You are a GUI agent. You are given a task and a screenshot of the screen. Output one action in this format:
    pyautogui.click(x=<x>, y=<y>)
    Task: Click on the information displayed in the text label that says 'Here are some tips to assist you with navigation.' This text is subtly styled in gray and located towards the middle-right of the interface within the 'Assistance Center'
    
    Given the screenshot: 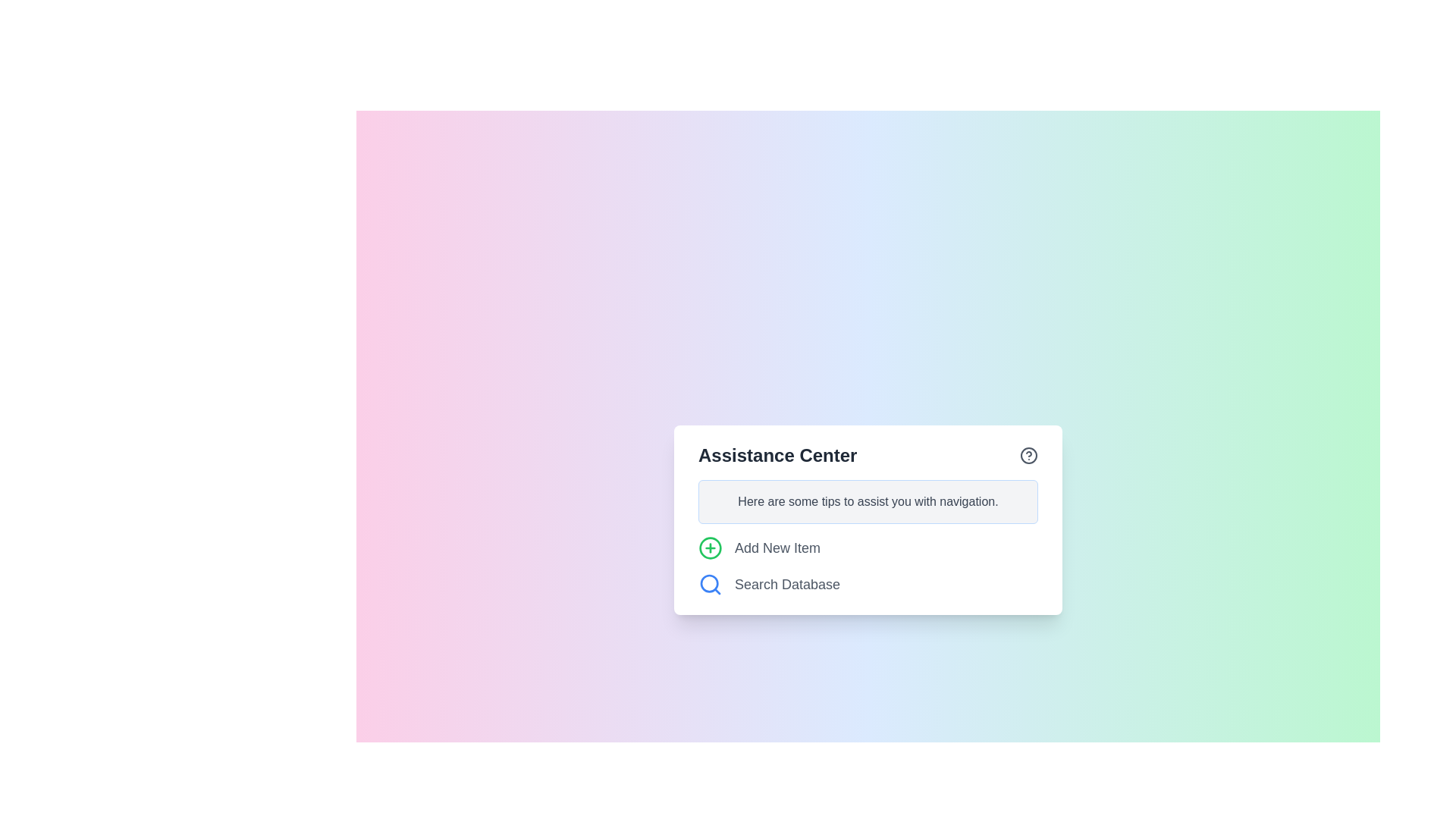 What is the action you would take?
    pyautogui.click(x=868, y=502)
    